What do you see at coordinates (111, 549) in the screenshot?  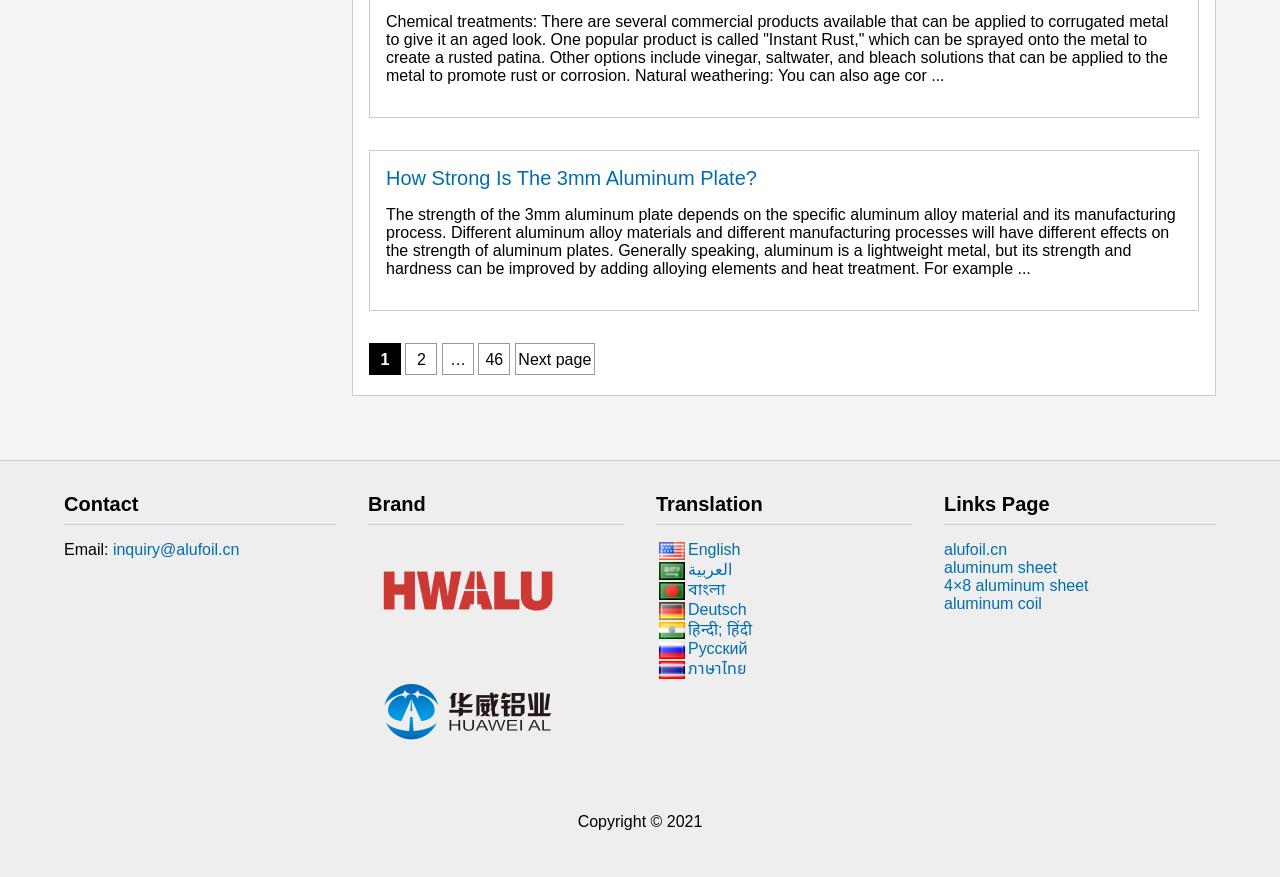 I see `'inquiry@alufoil.cn'` at bounding box center [111, 549].